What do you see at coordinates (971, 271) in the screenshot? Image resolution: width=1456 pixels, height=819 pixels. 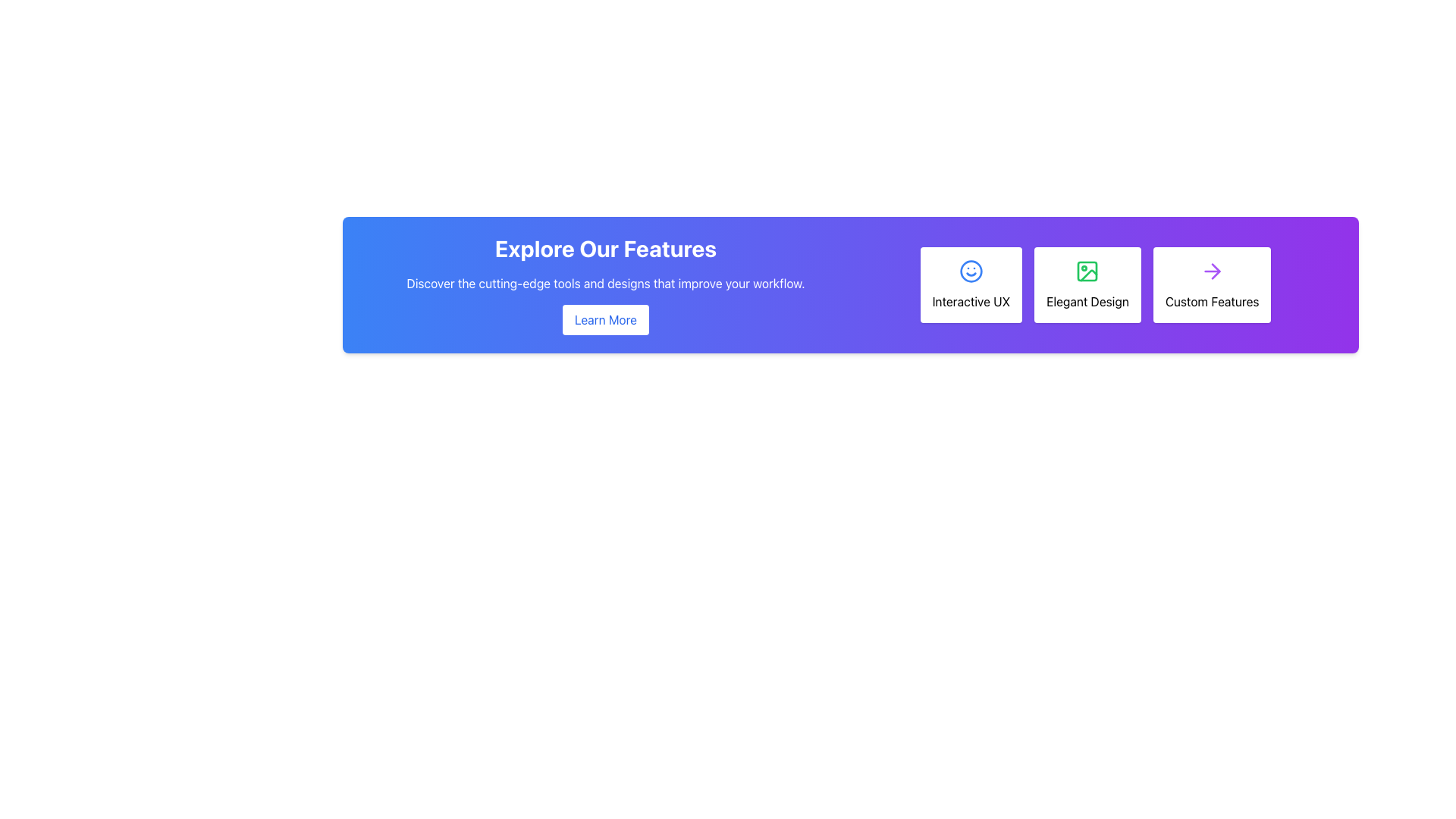 I see `the central circular part of the SVG icon depicting a smiley face, which is styled with a blue-colored outline and is part of the 'Interactive UX' icon` at bounding box center [971, 271].